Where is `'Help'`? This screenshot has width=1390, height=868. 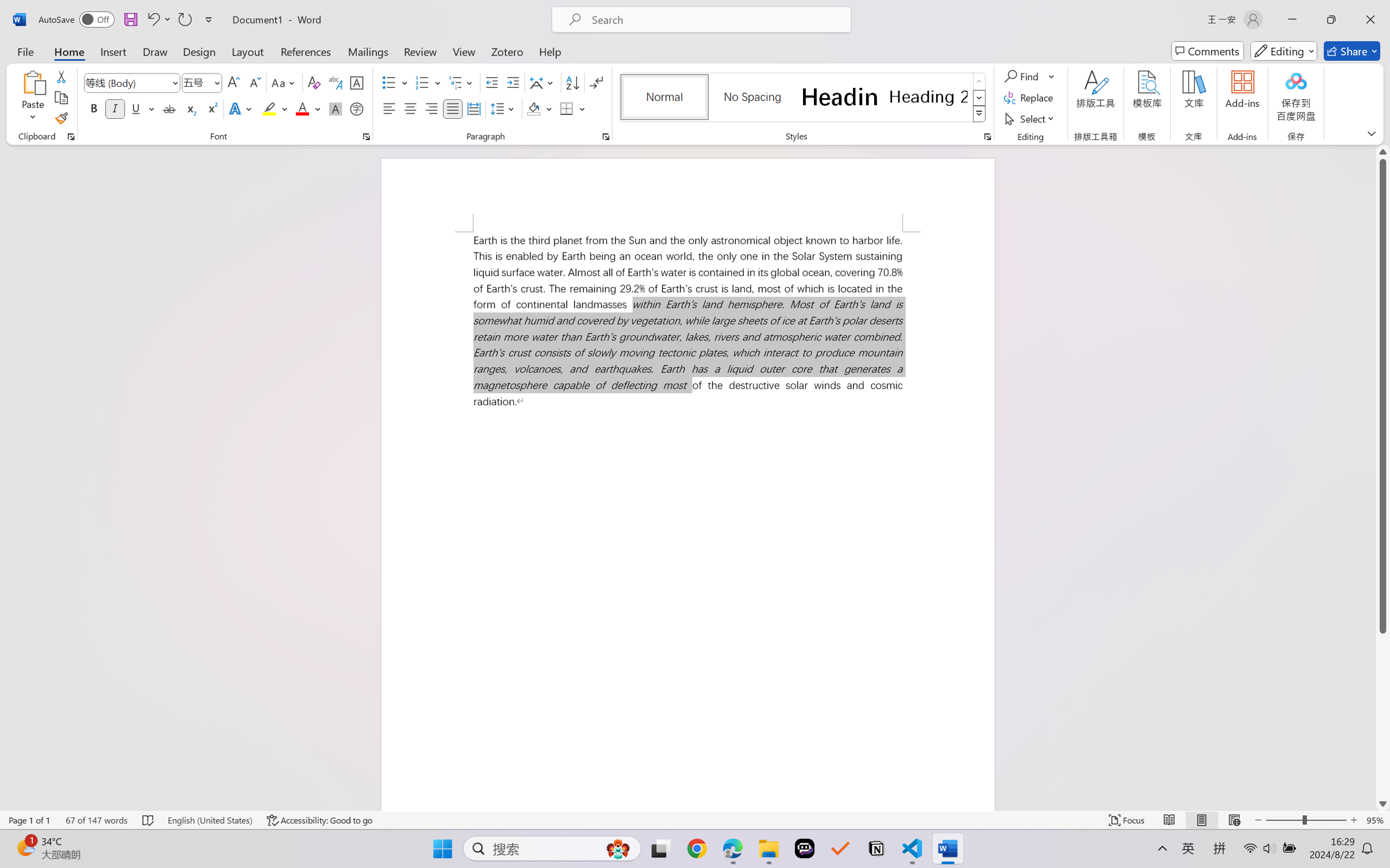
'Help' is located at coordinates (549, 51).